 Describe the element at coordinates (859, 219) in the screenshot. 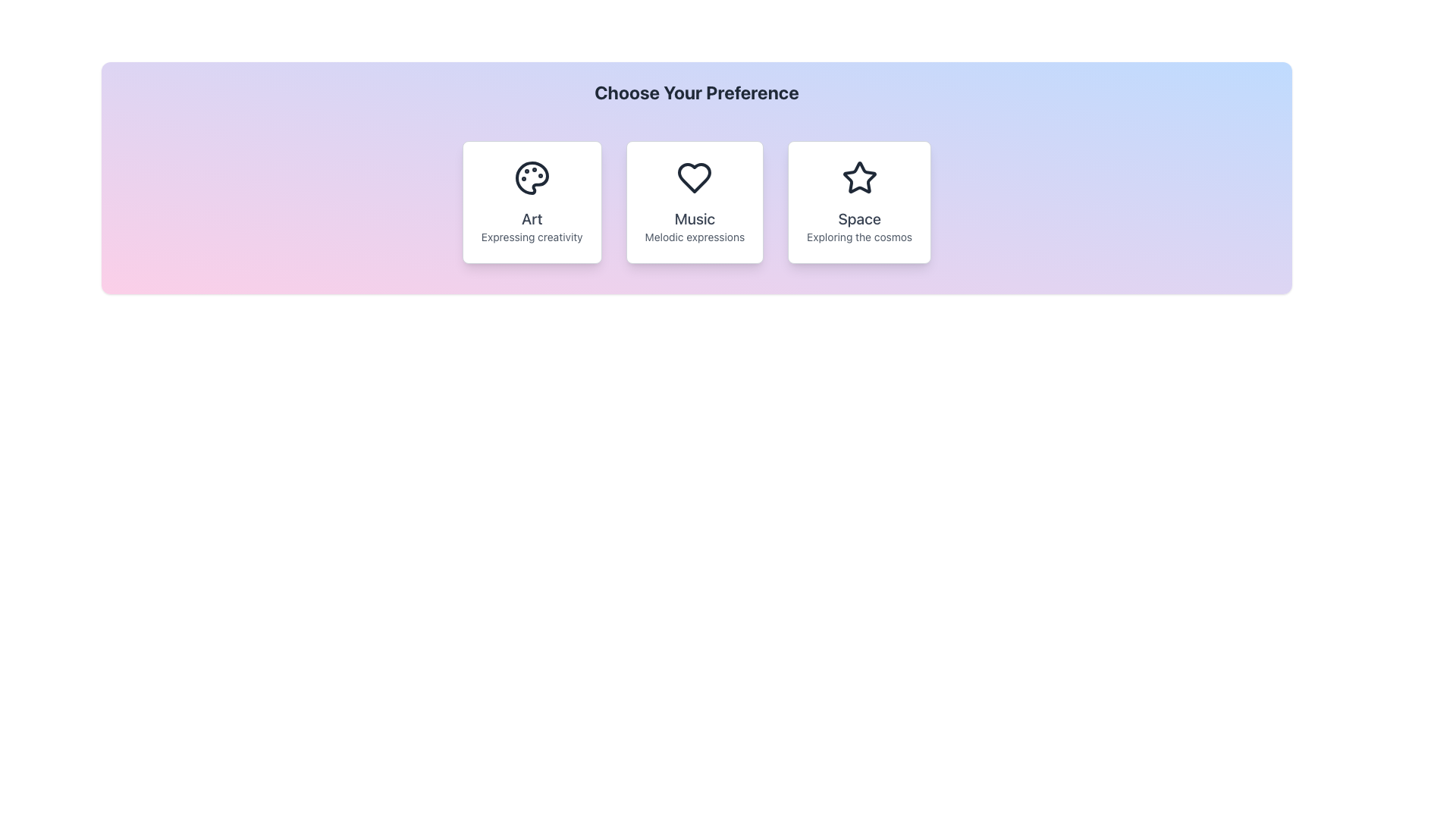

I see `the descriptive label that corresponds to the 'Space' category, located above the text 'Exploring the cosmos' in the first card of a horizontally aligned group of three cards` at that location.